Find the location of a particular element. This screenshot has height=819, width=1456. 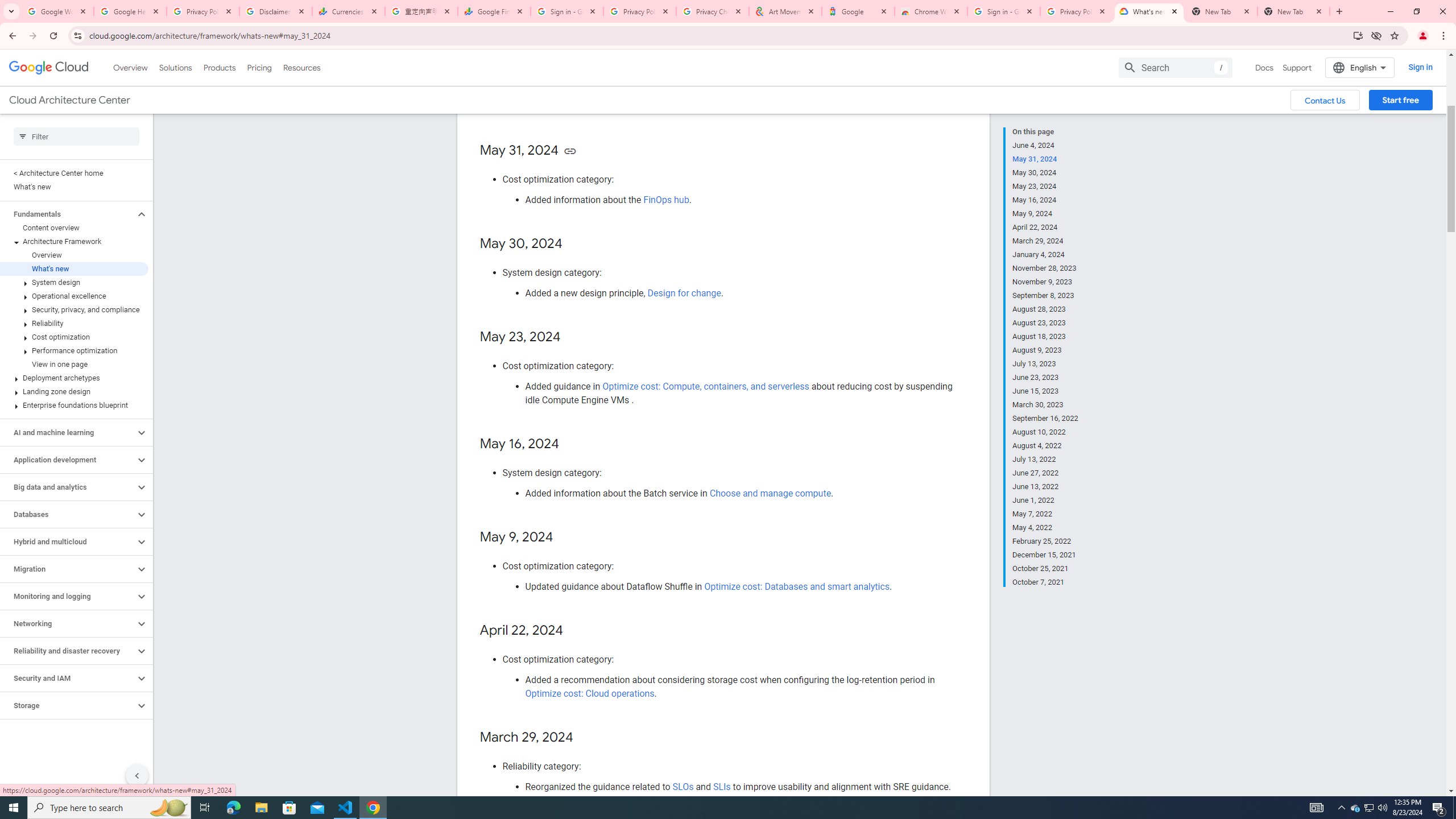

'Privacy Checkup' is located at coordinates (712, 11).